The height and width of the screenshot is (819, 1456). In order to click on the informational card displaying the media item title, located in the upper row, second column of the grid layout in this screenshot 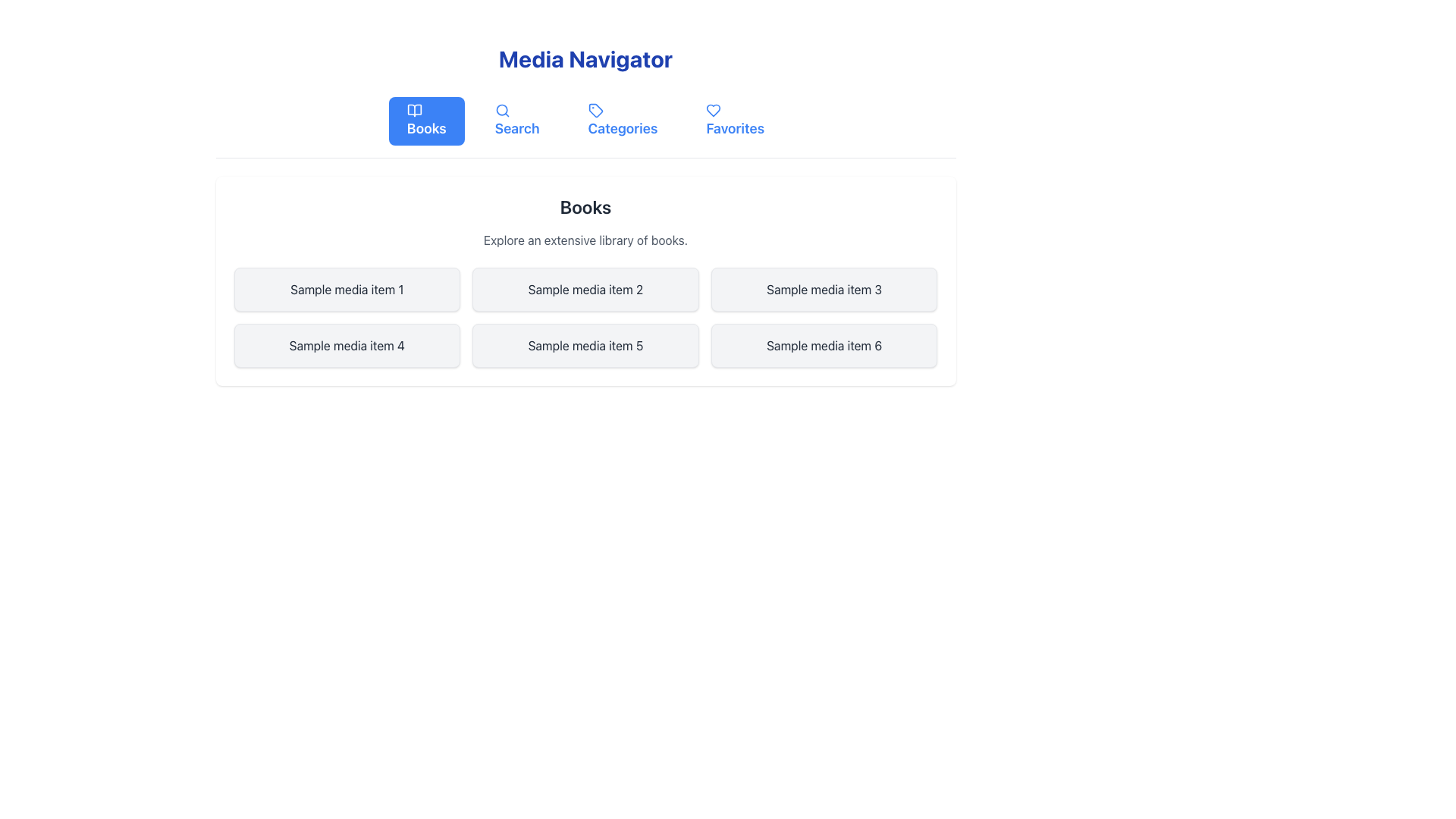, I will do `click(585, 289)`.